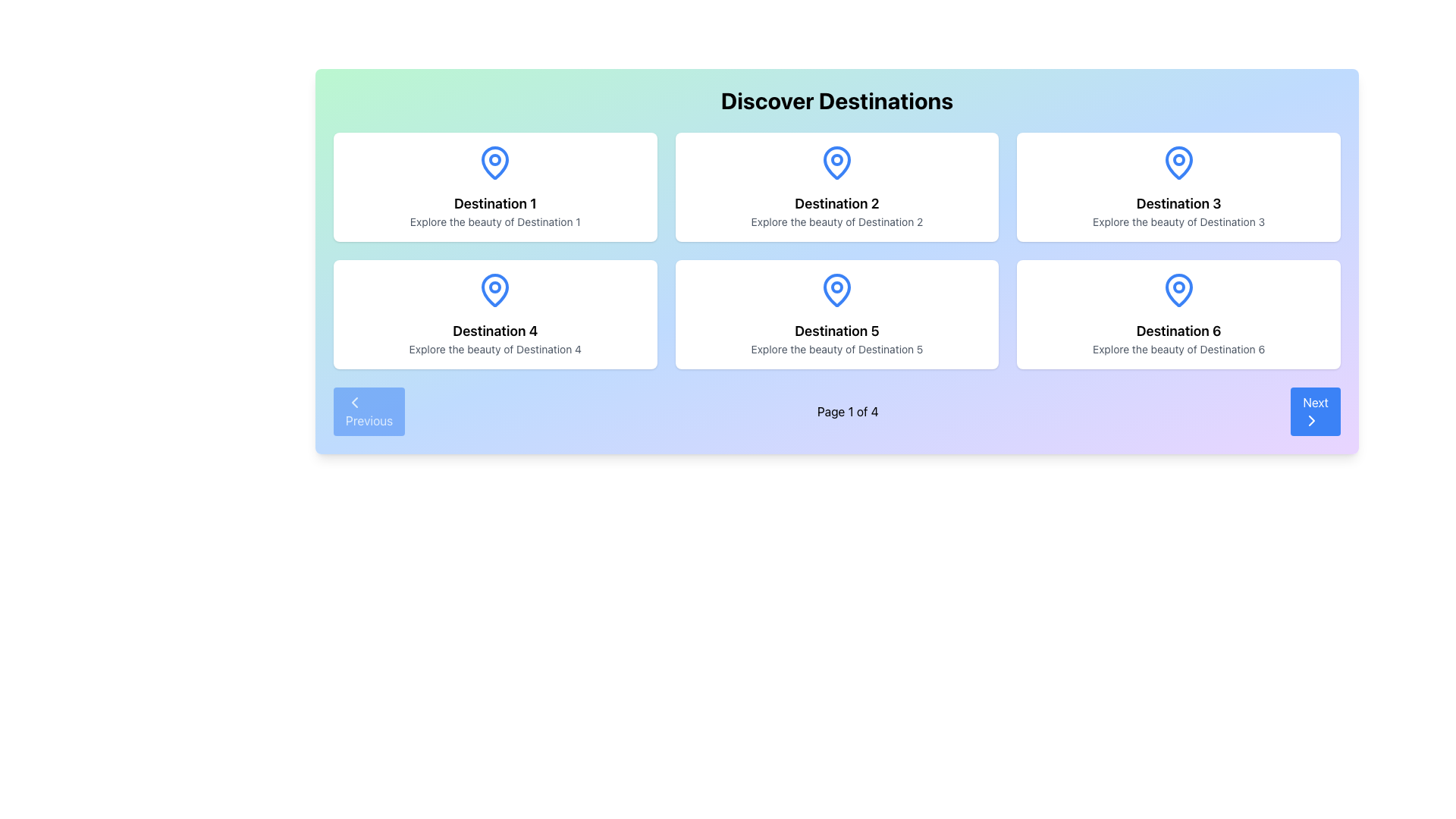  What do you see at coordinates (1178, 163) in the screenshot?
I see `the vector map pin icon representing 'Destination 3' located in the third tile of the 'Discover Destinations' grid layout` at bounding box center [1178, 163].